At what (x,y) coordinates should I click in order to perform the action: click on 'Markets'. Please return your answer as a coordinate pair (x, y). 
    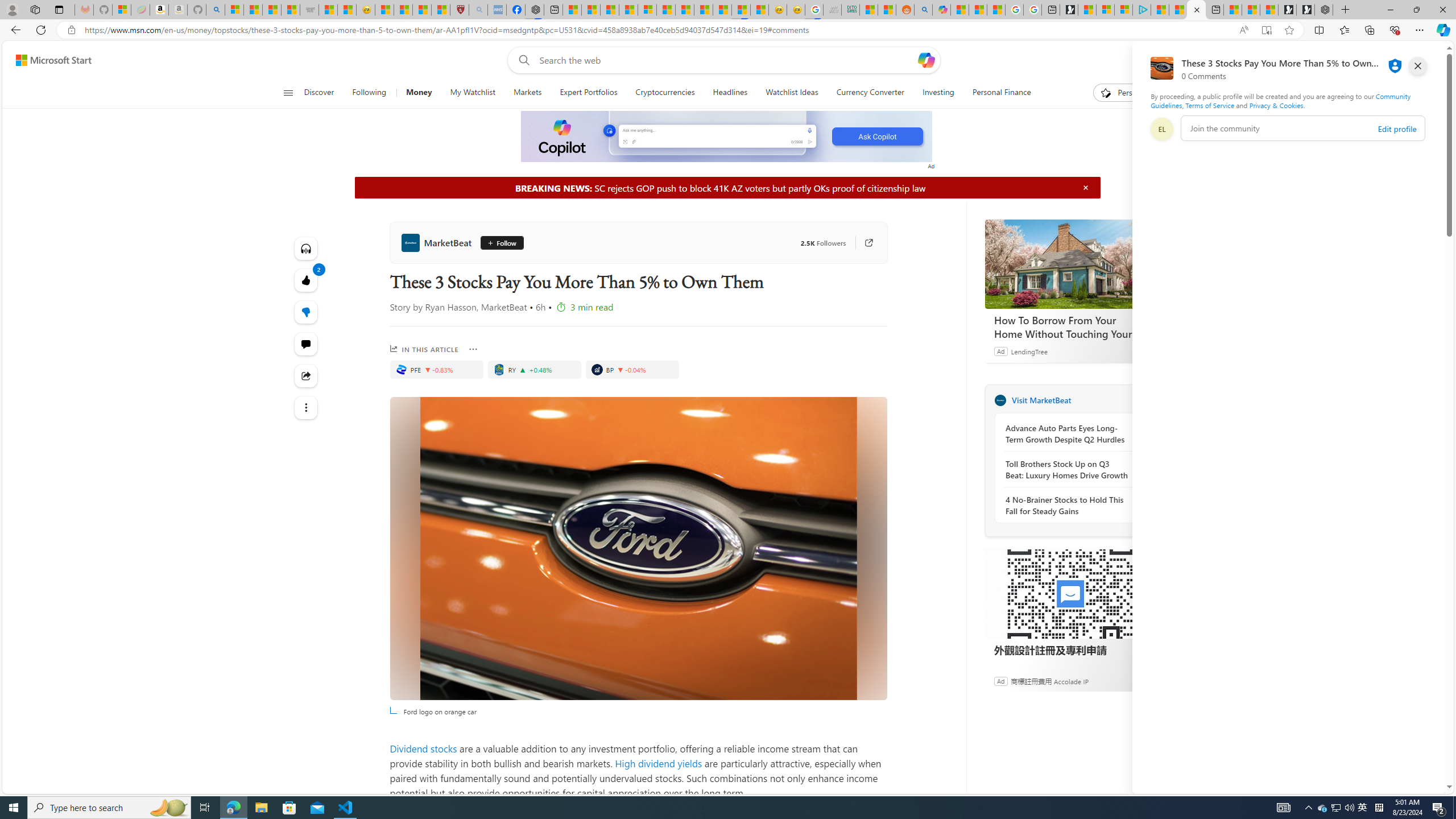
    Looking at the image, I should click on (528, 92).